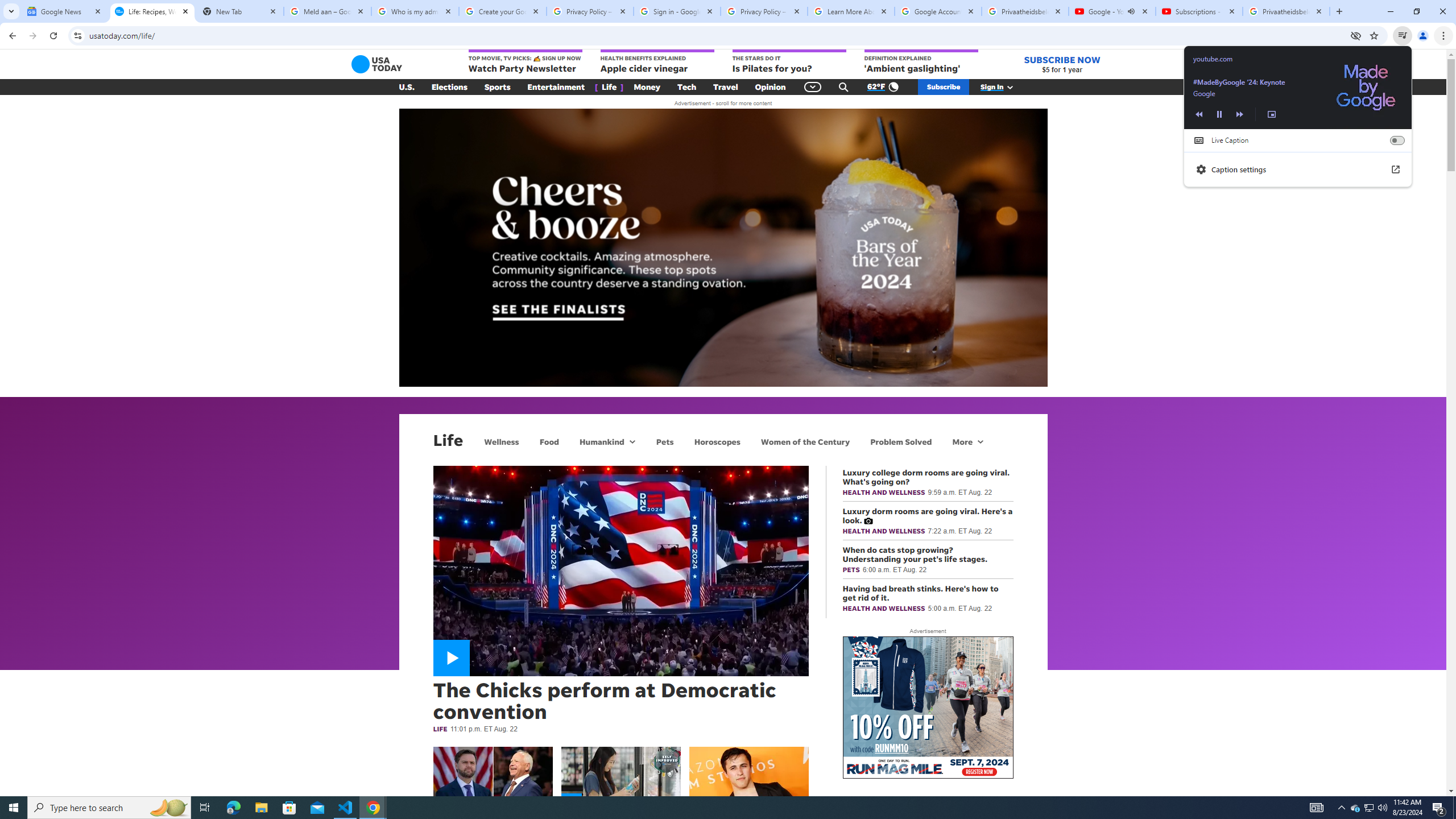 This screenshot has width=1456, height=819. What do you see at coordinates (406, 87) in the screenshot?
I see `'U.S.'` at bounding box center [406, 87].